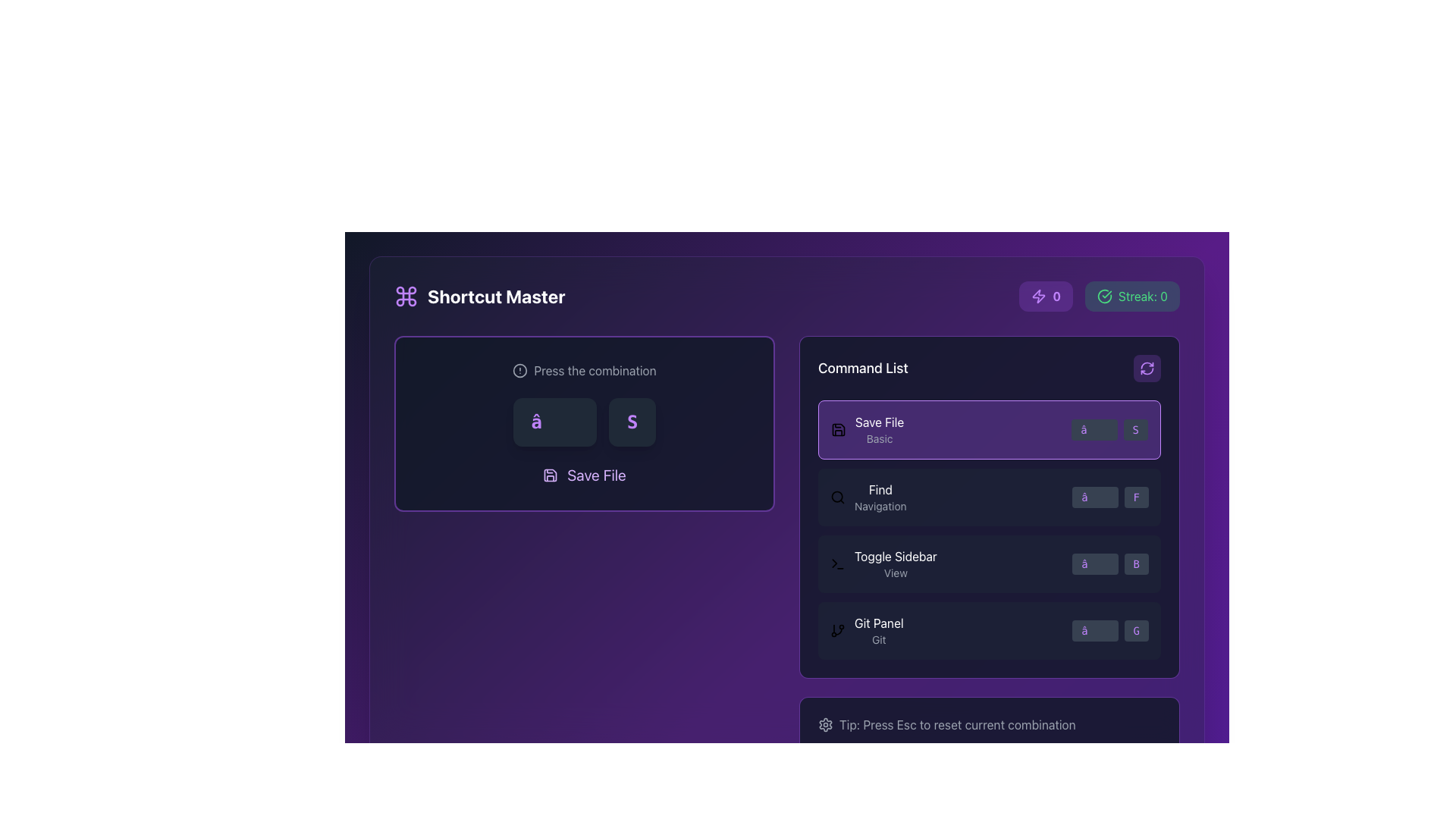 This screenshot has height=819, width=1456. What do you see at coordinates (825, 724) in the screenshot?
I see `the settings icon located at the bottom-right corner of the interface, next to the 'Tip: Press Esc to reset current combination' text` at bounding box center [825, 724].